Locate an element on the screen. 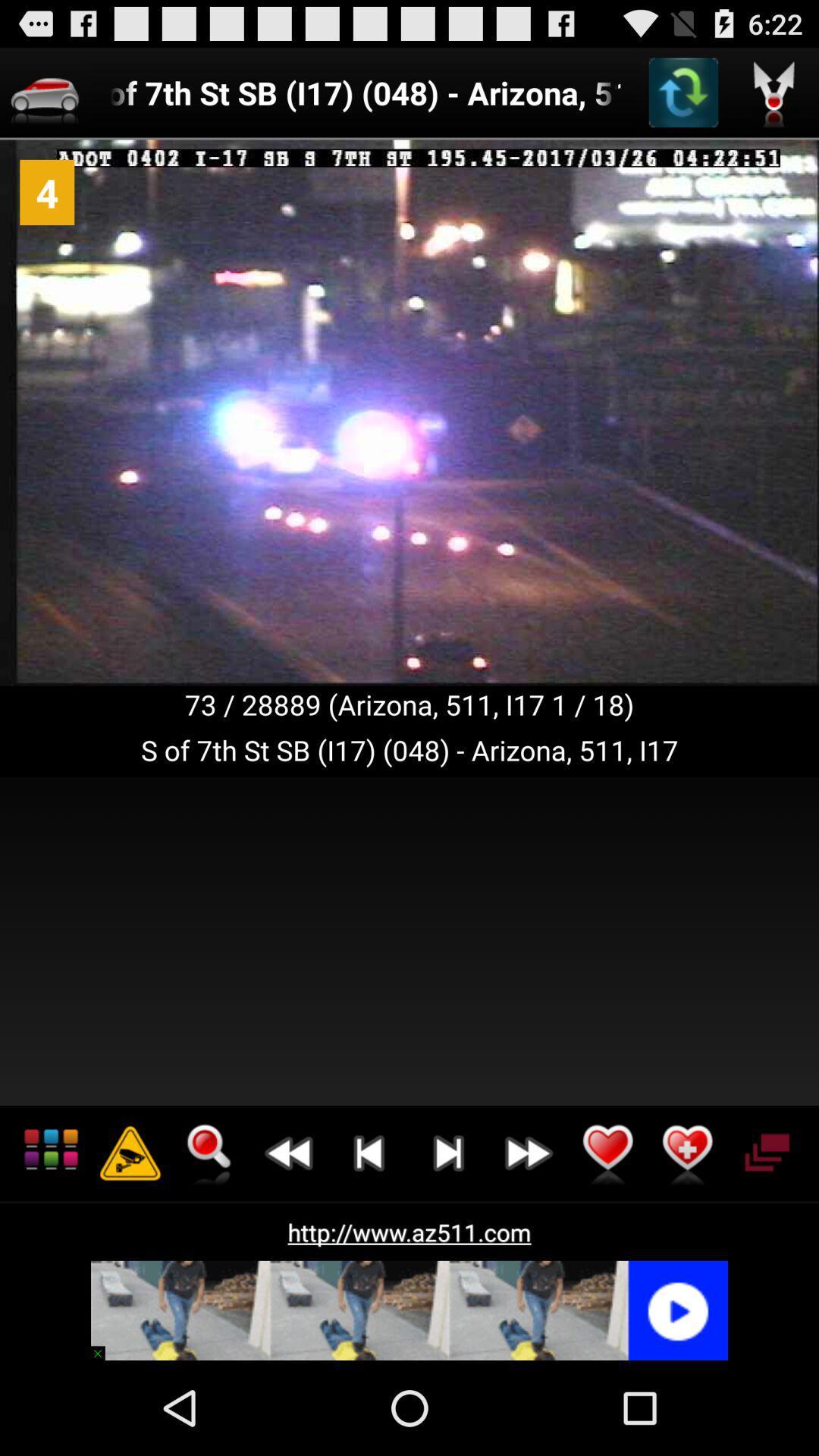 This screenshot has width=819, height=1456. http www az511 item is located at coordinates (409, 1232).